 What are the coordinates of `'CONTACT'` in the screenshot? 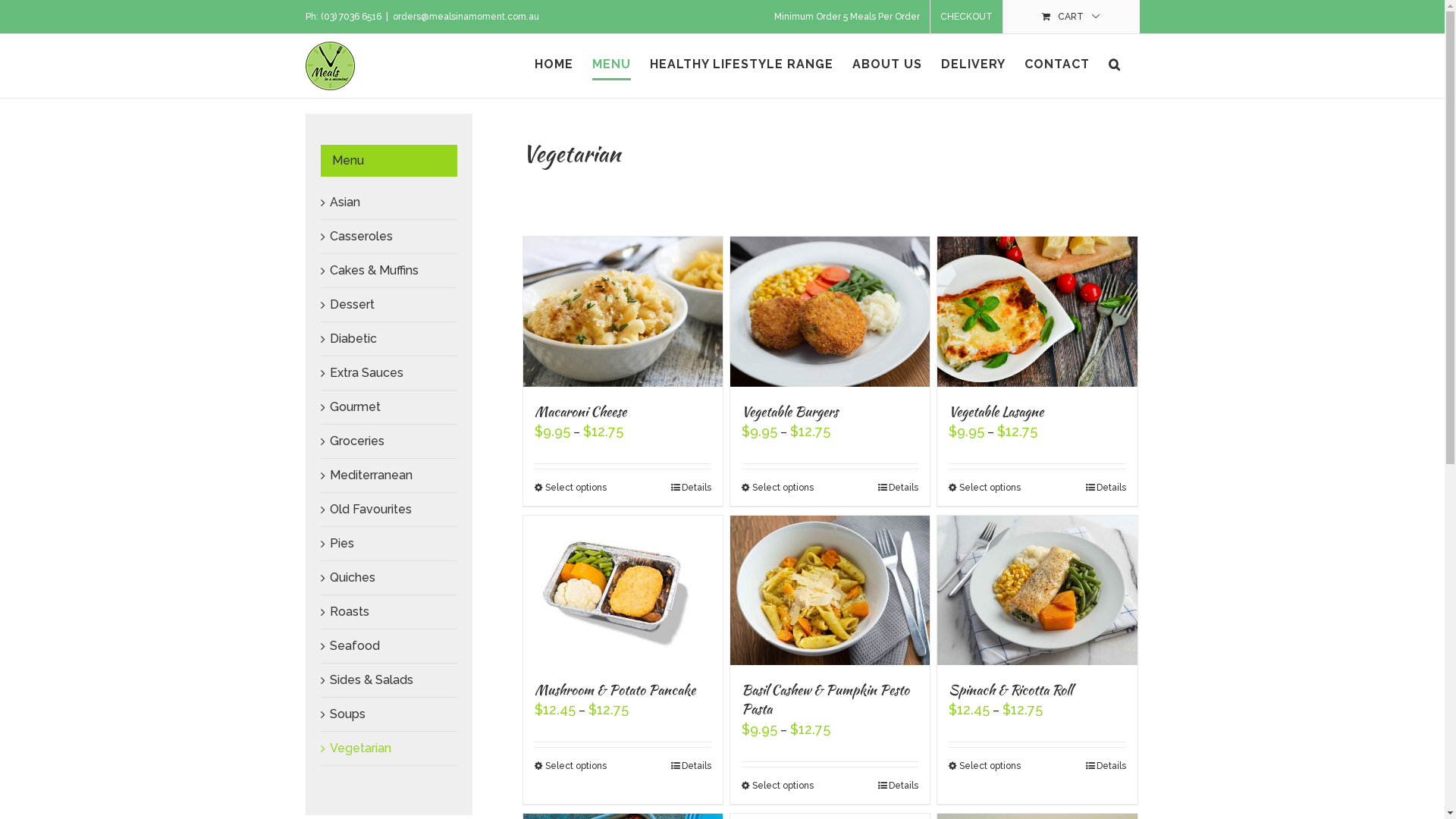 It's located at (1055, 63).